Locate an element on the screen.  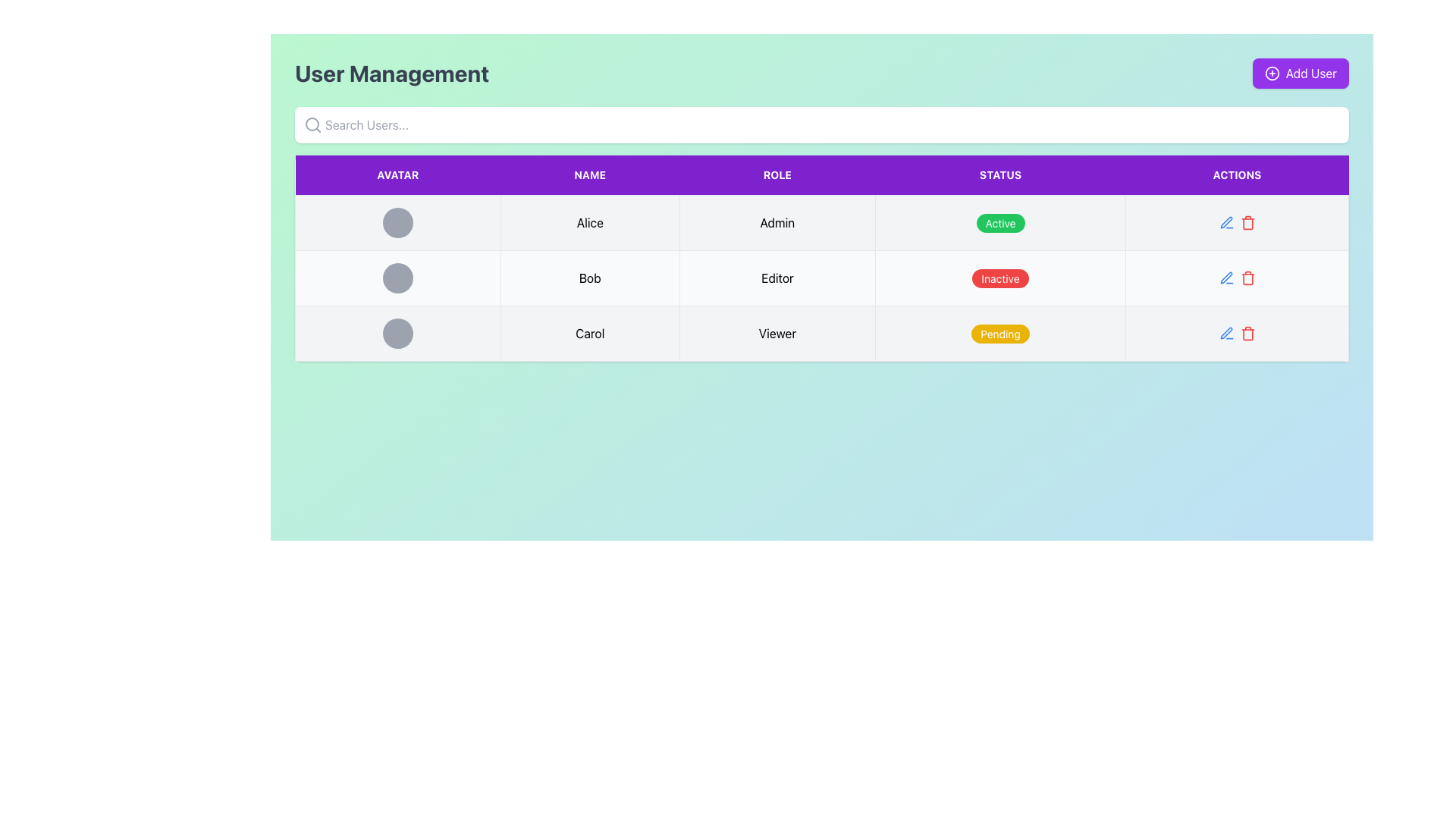
the text label displaying the name 'Carol' in the user management interface to possibly see a tooltip is located at coordinates (589, 332).